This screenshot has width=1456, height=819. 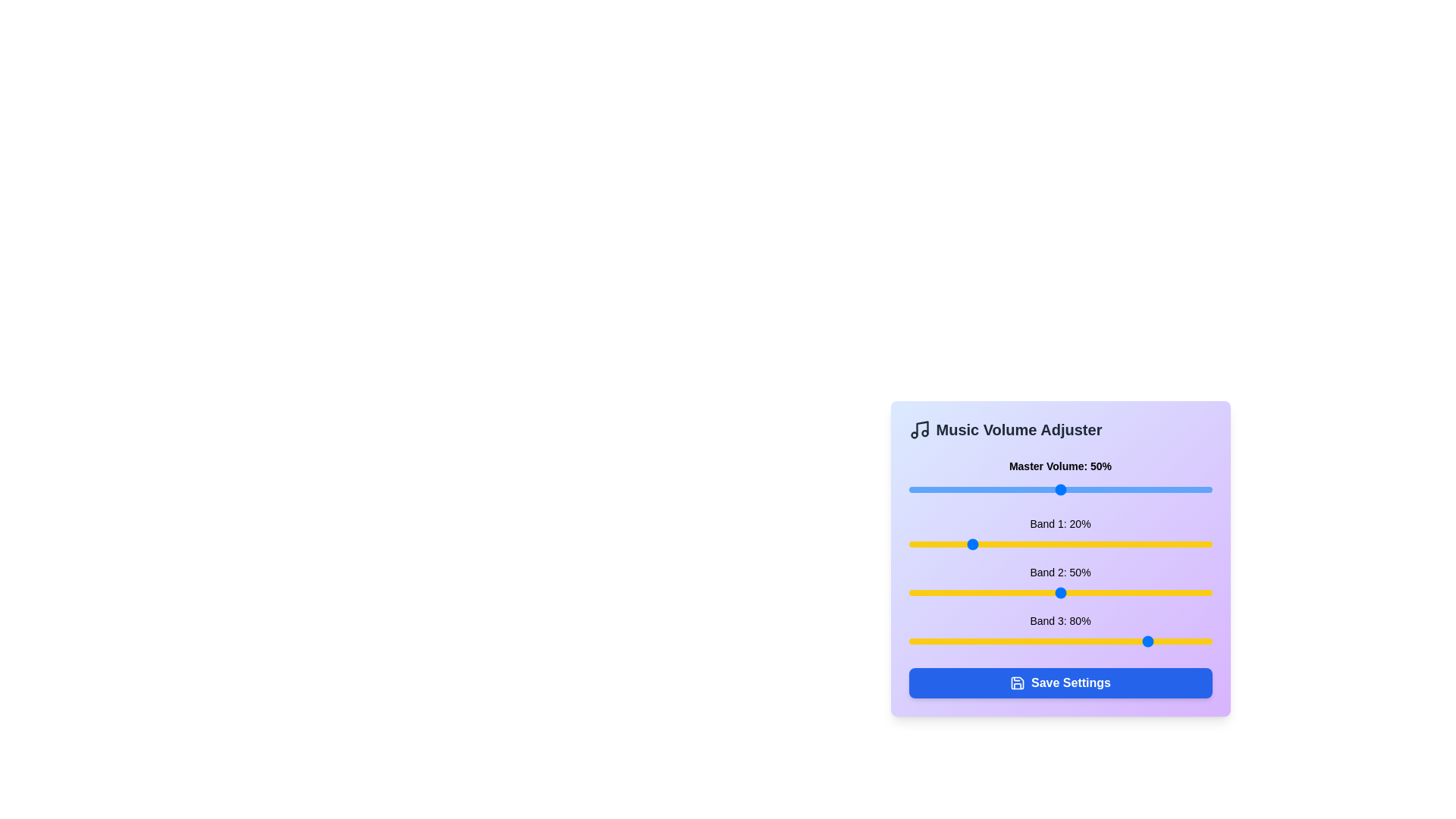 What do you see at coordinates (926, 489) in the screenshot?
I see `the slider` at bounding box center [926, 489].